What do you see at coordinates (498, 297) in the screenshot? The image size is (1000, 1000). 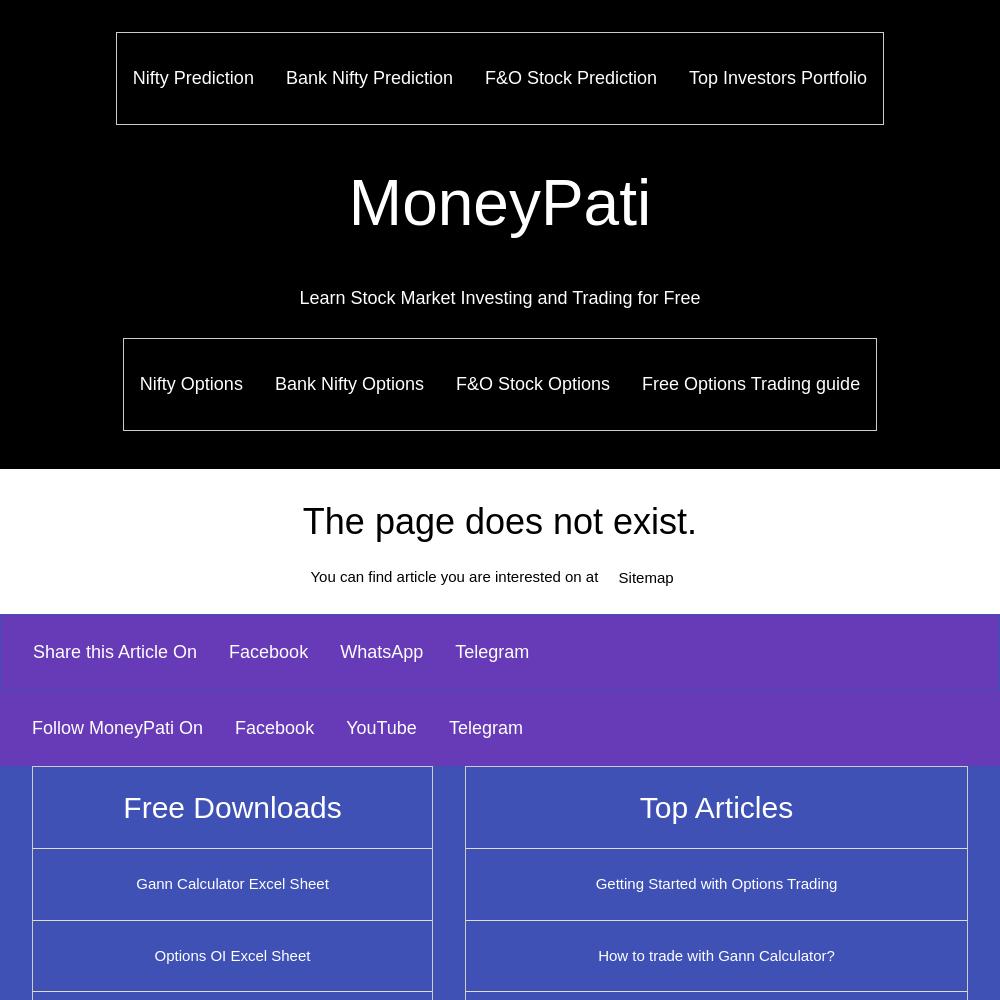 I see `'Learn Stock Market Investing and Trading for Free'` at bounding box center [498, 297].